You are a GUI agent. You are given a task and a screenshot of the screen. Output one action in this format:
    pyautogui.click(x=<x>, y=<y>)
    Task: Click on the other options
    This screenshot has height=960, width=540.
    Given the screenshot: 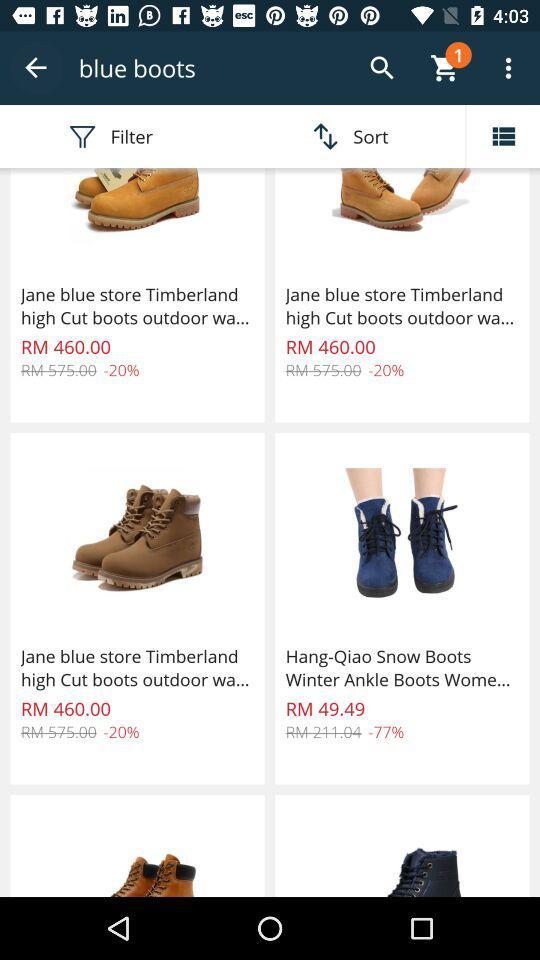 What is the action you would take?
    pyautogui.click(x=502, y=135)
    